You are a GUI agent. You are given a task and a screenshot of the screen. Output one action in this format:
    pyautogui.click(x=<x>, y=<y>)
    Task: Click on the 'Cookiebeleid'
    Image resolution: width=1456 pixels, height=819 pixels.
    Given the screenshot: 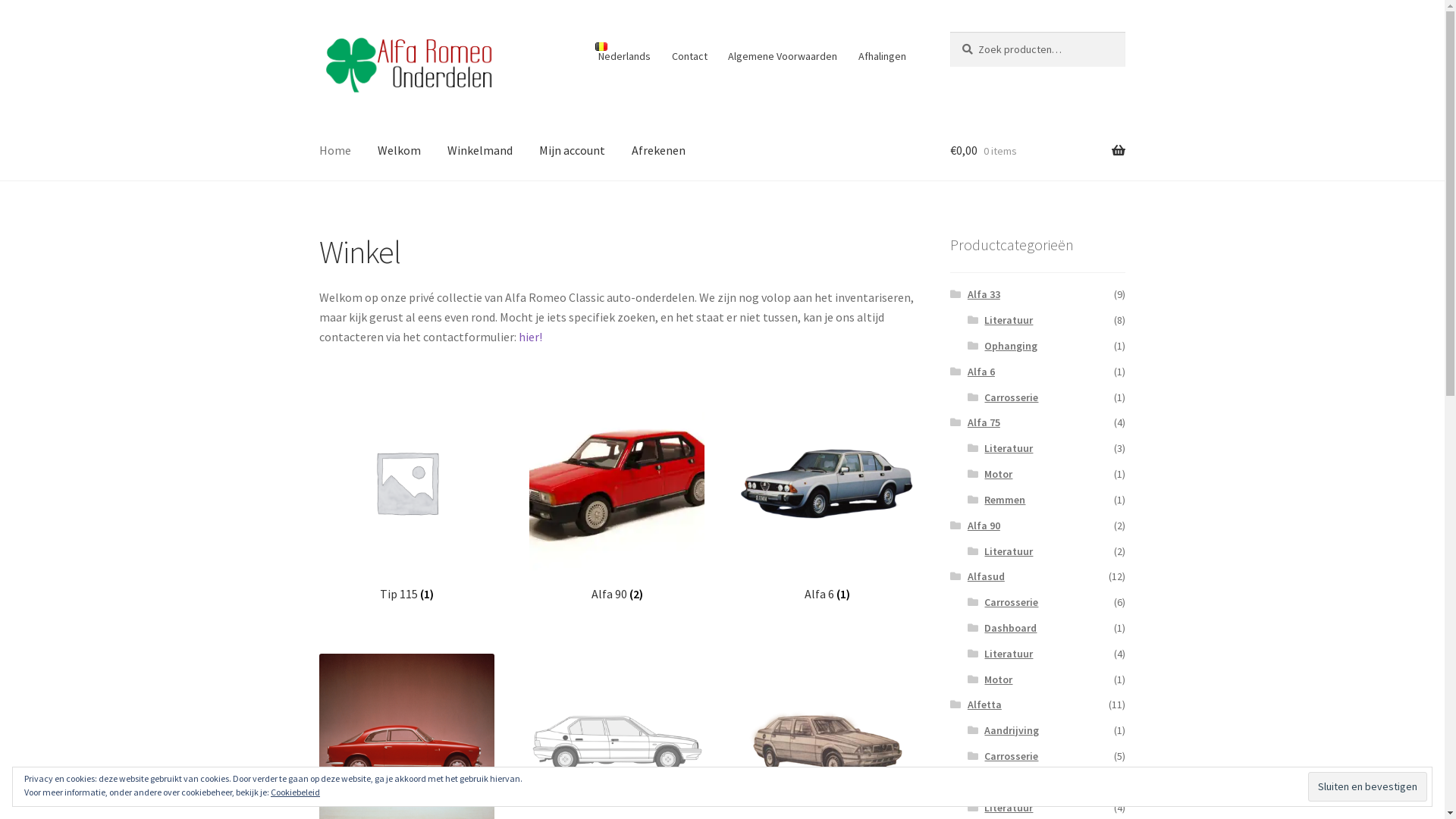 What is the action you would take?
    pyautogui.click(x=295, y=791)
    